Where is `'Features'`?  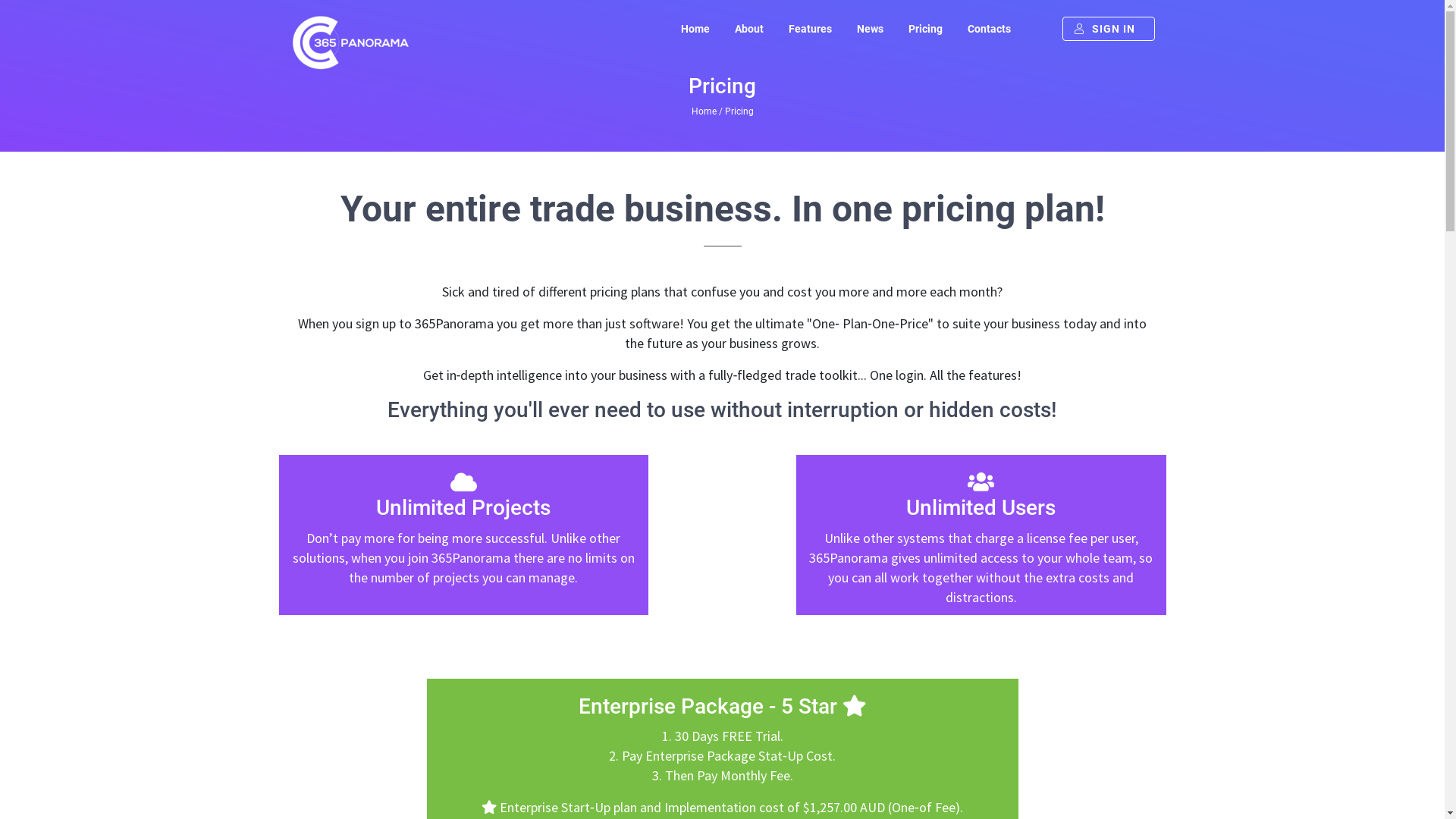
'Features' is located at coordinates (808, 29).